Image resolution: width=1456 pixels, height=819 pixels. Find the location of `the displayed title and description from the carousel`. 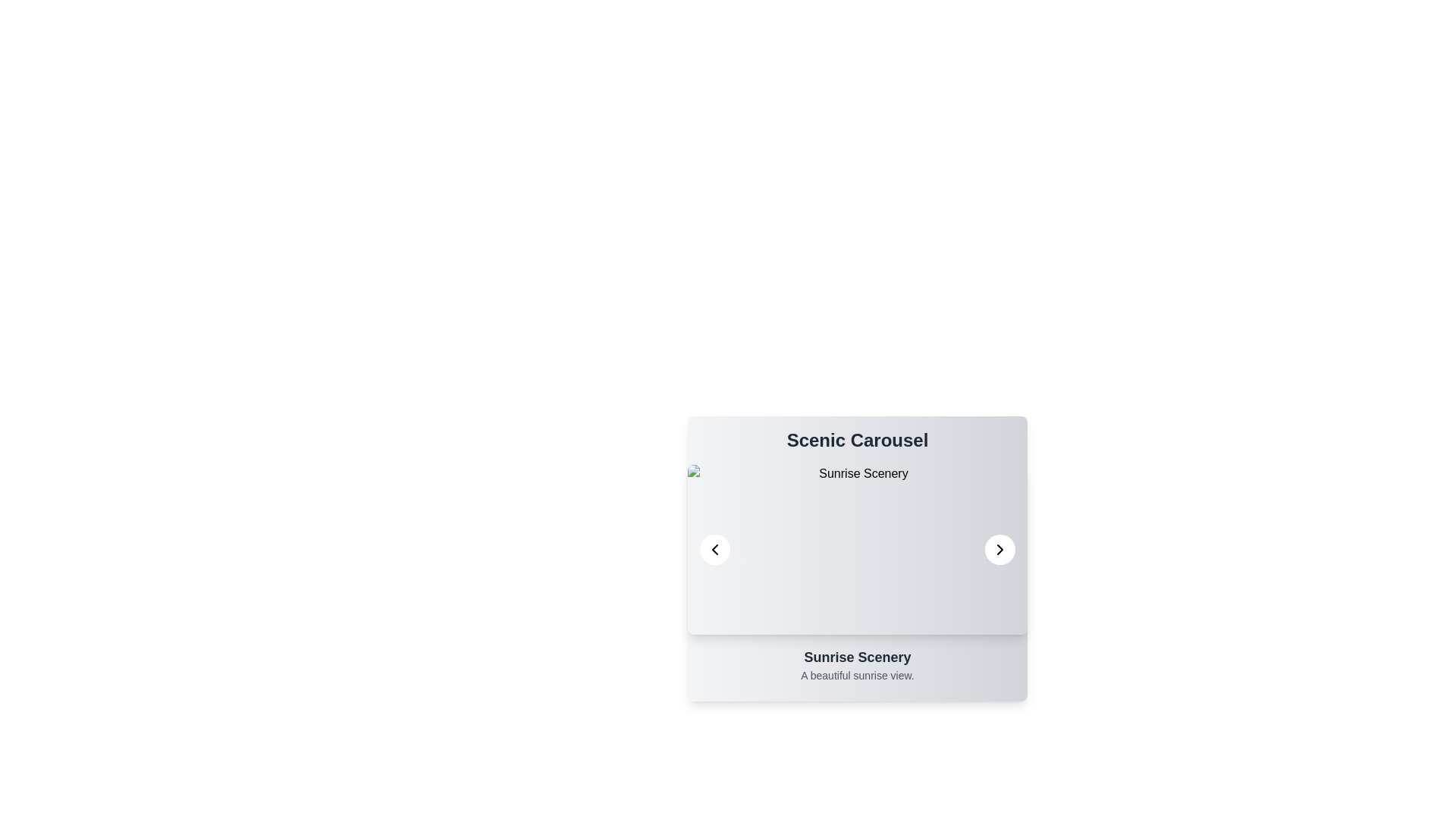

the displayed title and description from the carousel is located at coordinates (858, 441).